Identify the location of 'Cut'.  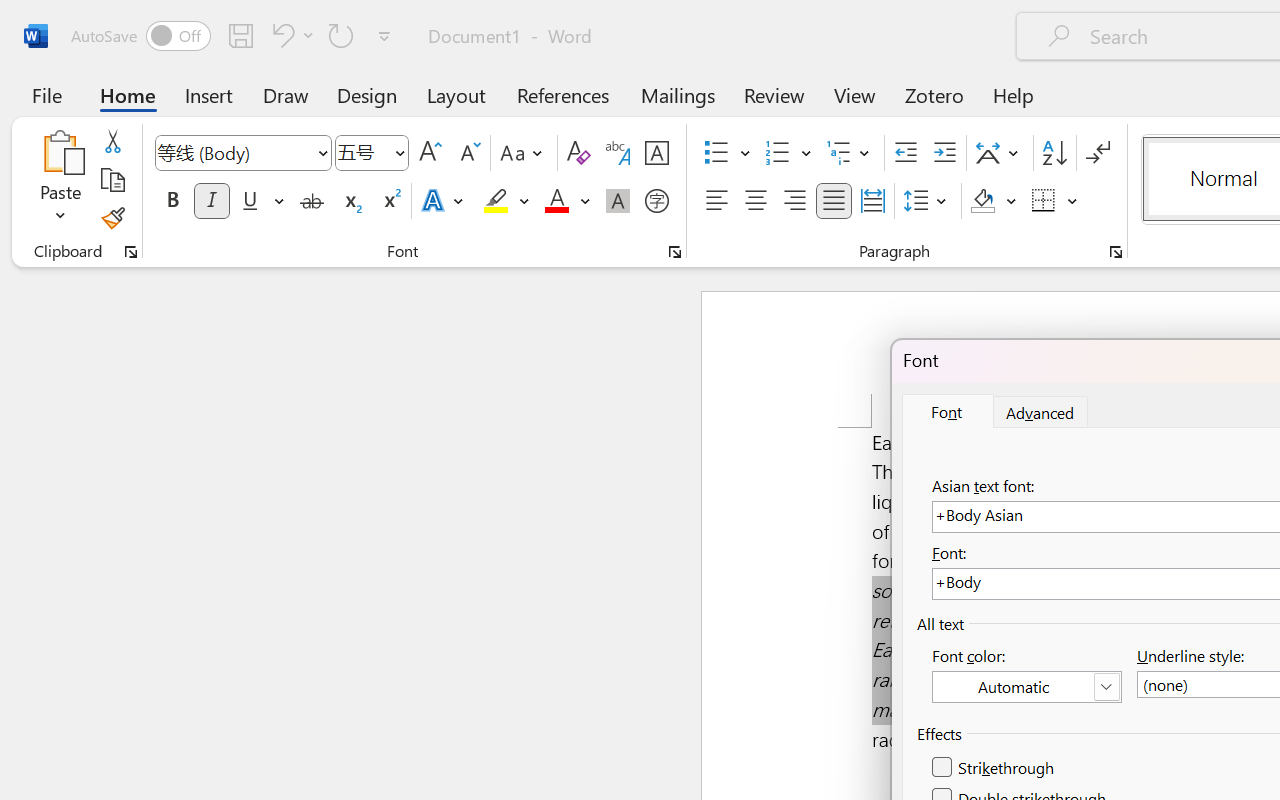
(111, 141).